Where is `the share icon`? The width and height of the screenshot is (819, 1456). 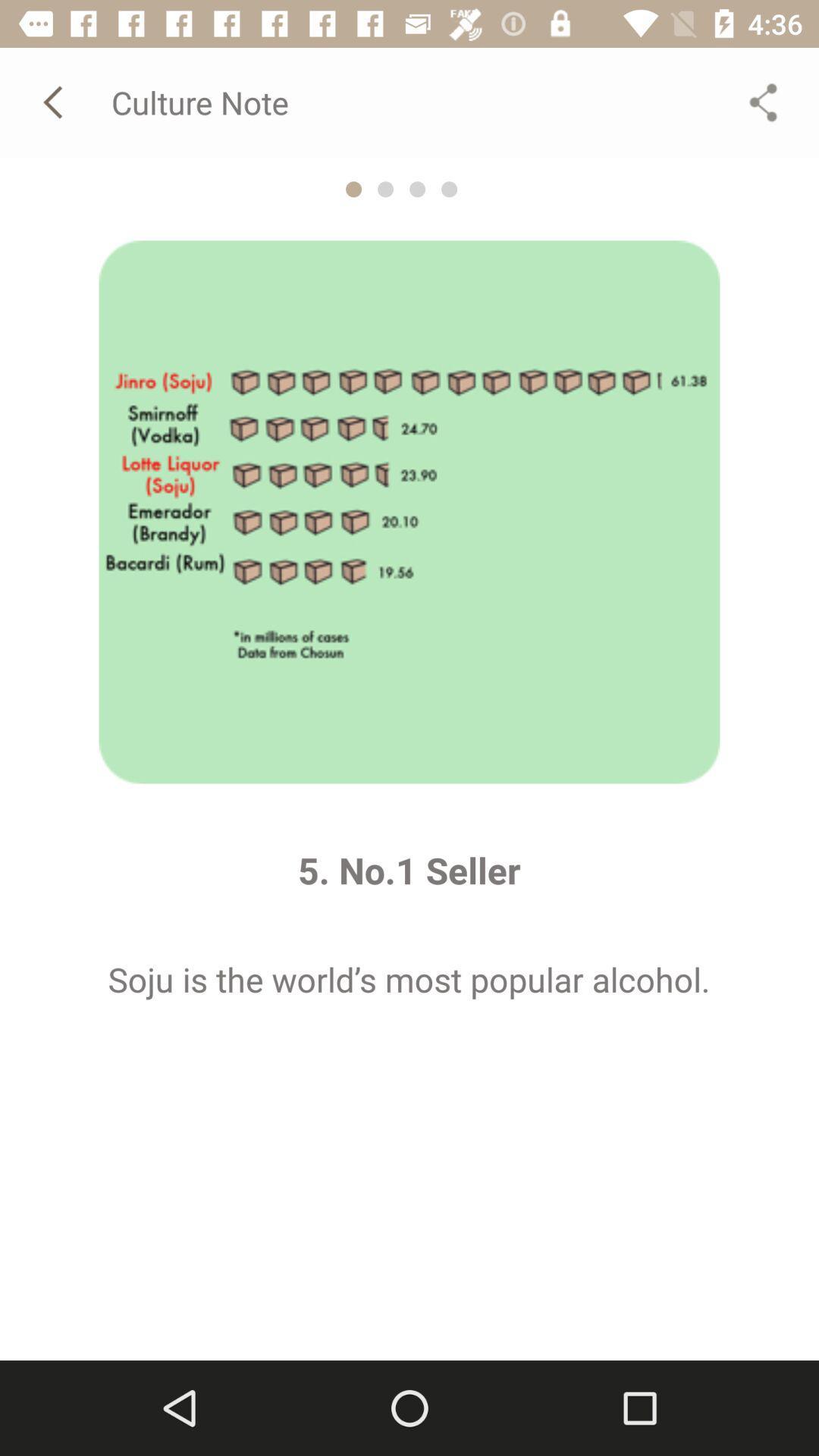
the share icon is located at coordinates (763, 101).